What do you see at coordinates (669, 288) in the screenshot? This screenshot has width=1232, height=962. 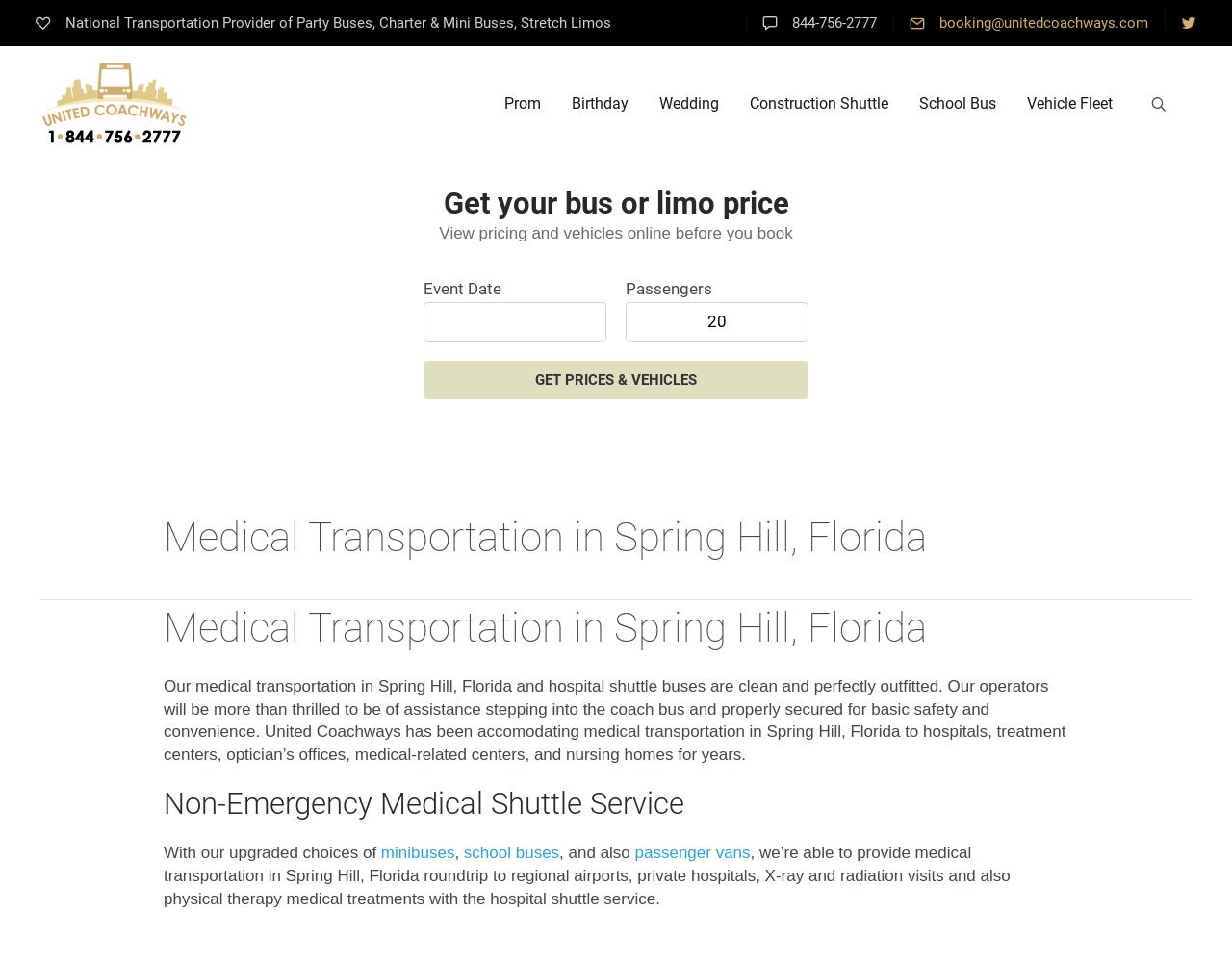 I see `'Passengers'` at bounding box center [669, 288].